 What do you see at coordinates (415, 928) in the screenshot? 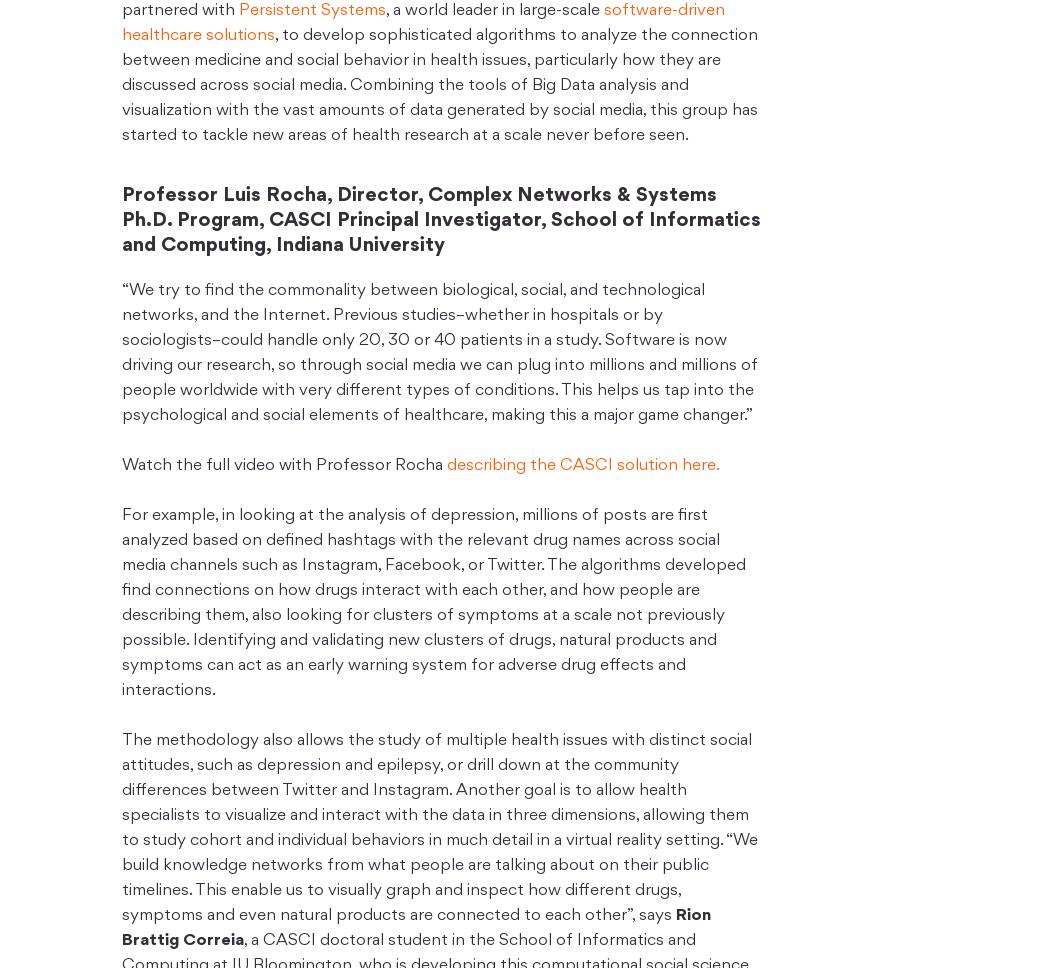
I see `'Rion Brattig Correia'` at bounding box center [415, 928].